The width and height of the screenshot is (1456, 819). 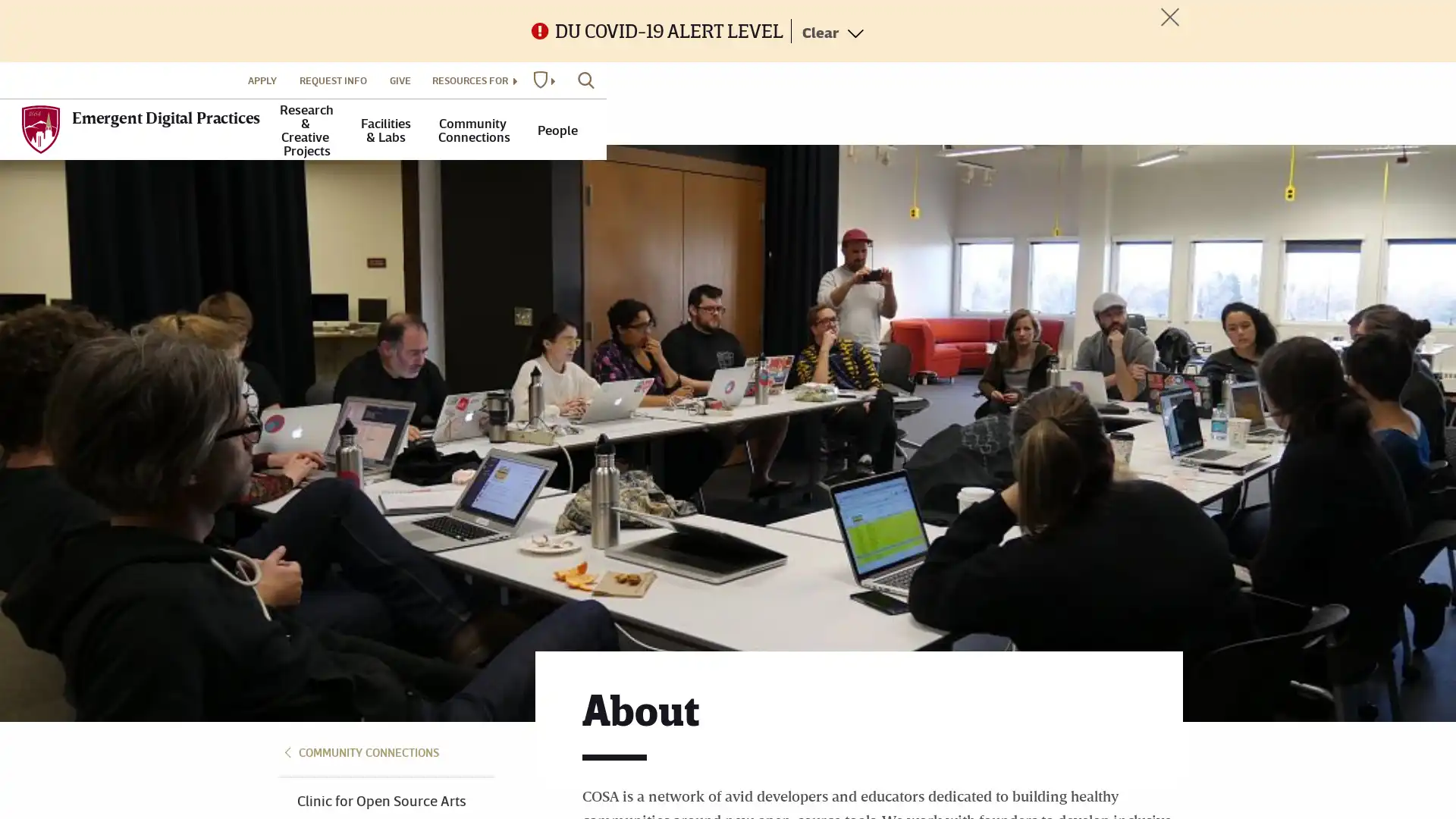 What do you see at coordinates (1120, 80) in the screenshot?
I see `DU WEBSITES` at bounding box center [1120, 80].